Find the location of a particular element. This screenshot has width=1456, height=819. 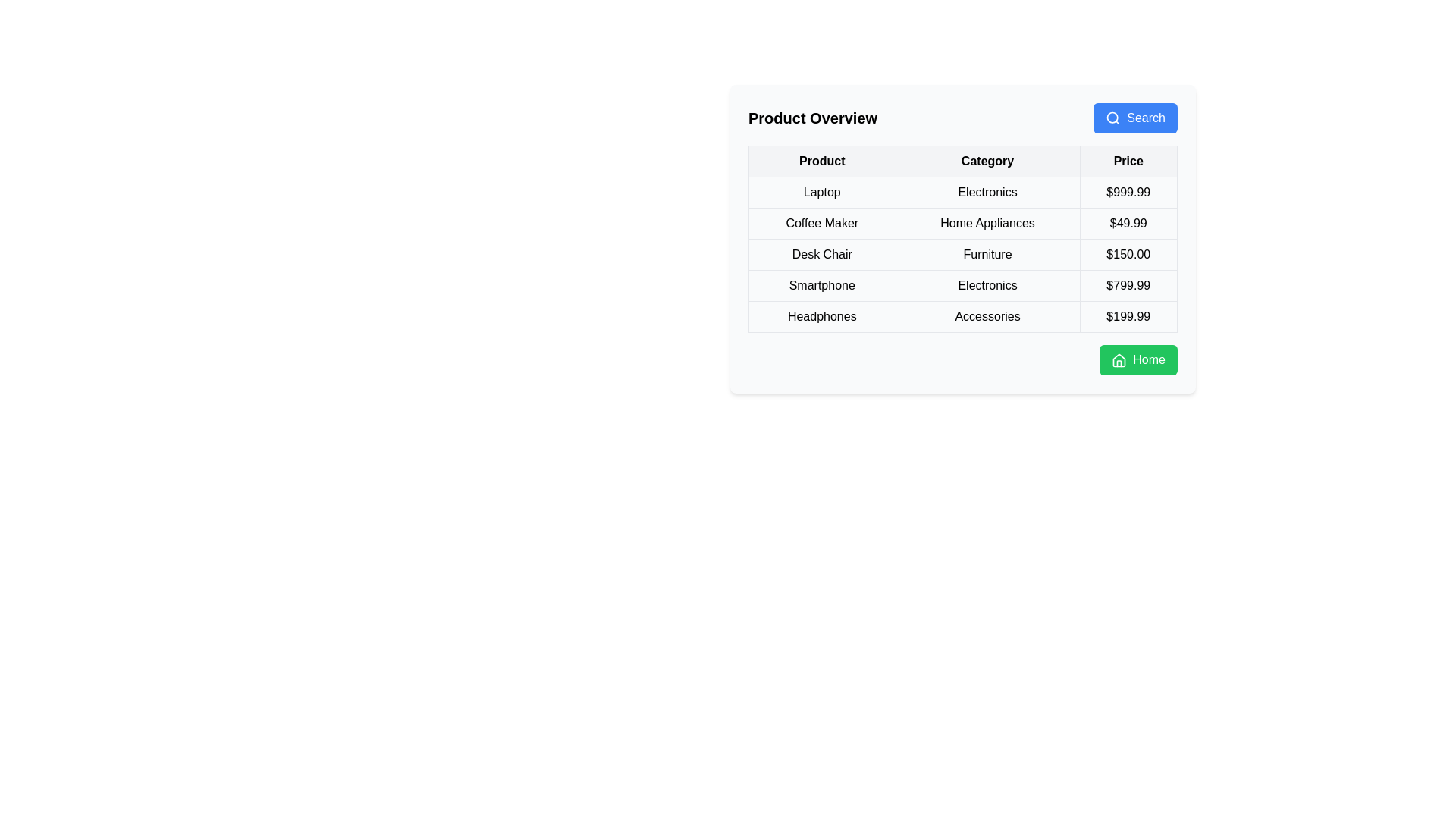

the blue 'Search' button with rounded corners and white text, located at the top-right corner of the 'Product Overview' card is located at coordinates (1135, 117).